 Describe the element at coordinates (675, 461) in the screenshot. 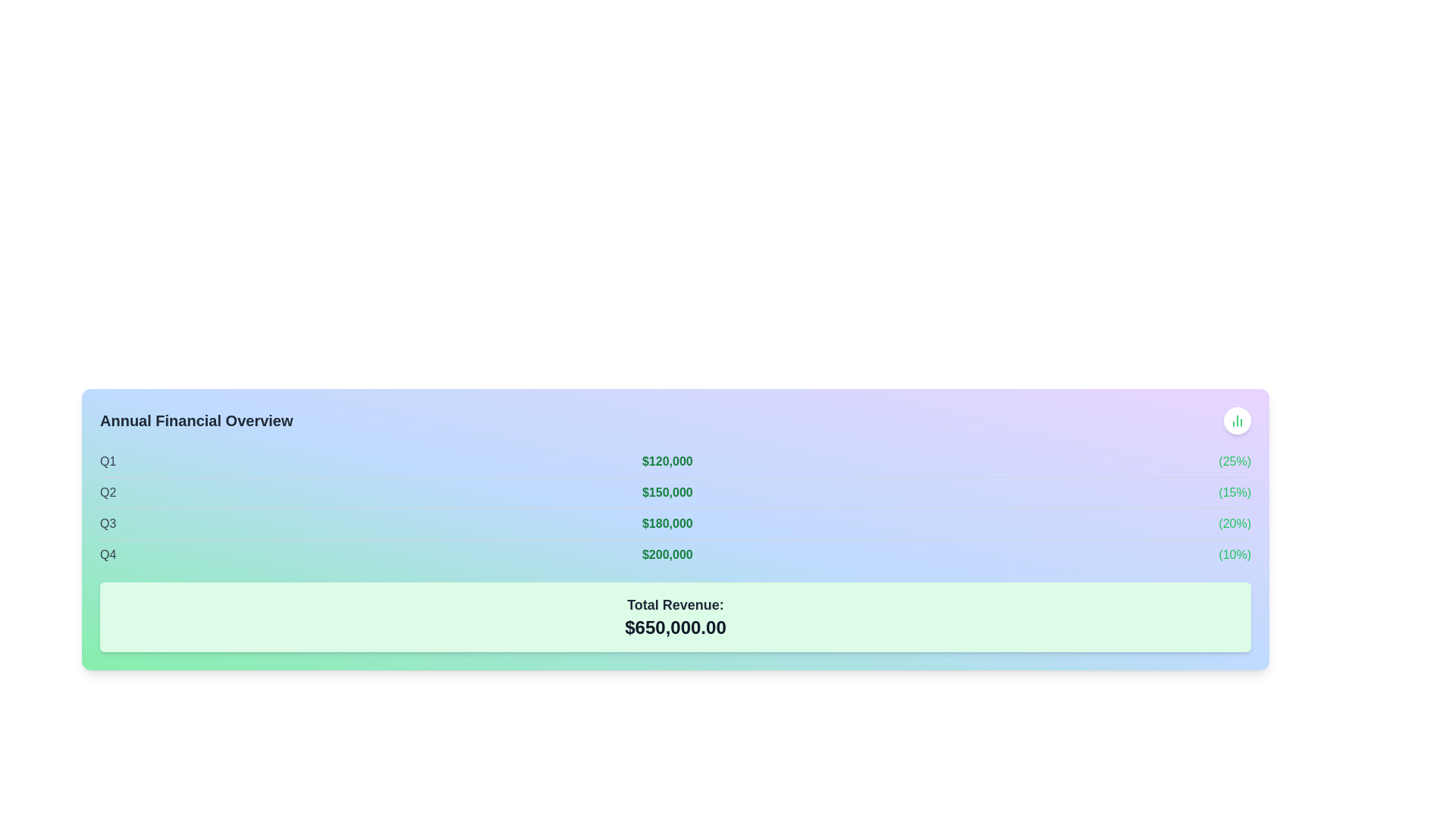

I see `the first Informative data row displaying 'Q1', '$120,000', and '(25%)' with a gradient background from purple to green` at that location.